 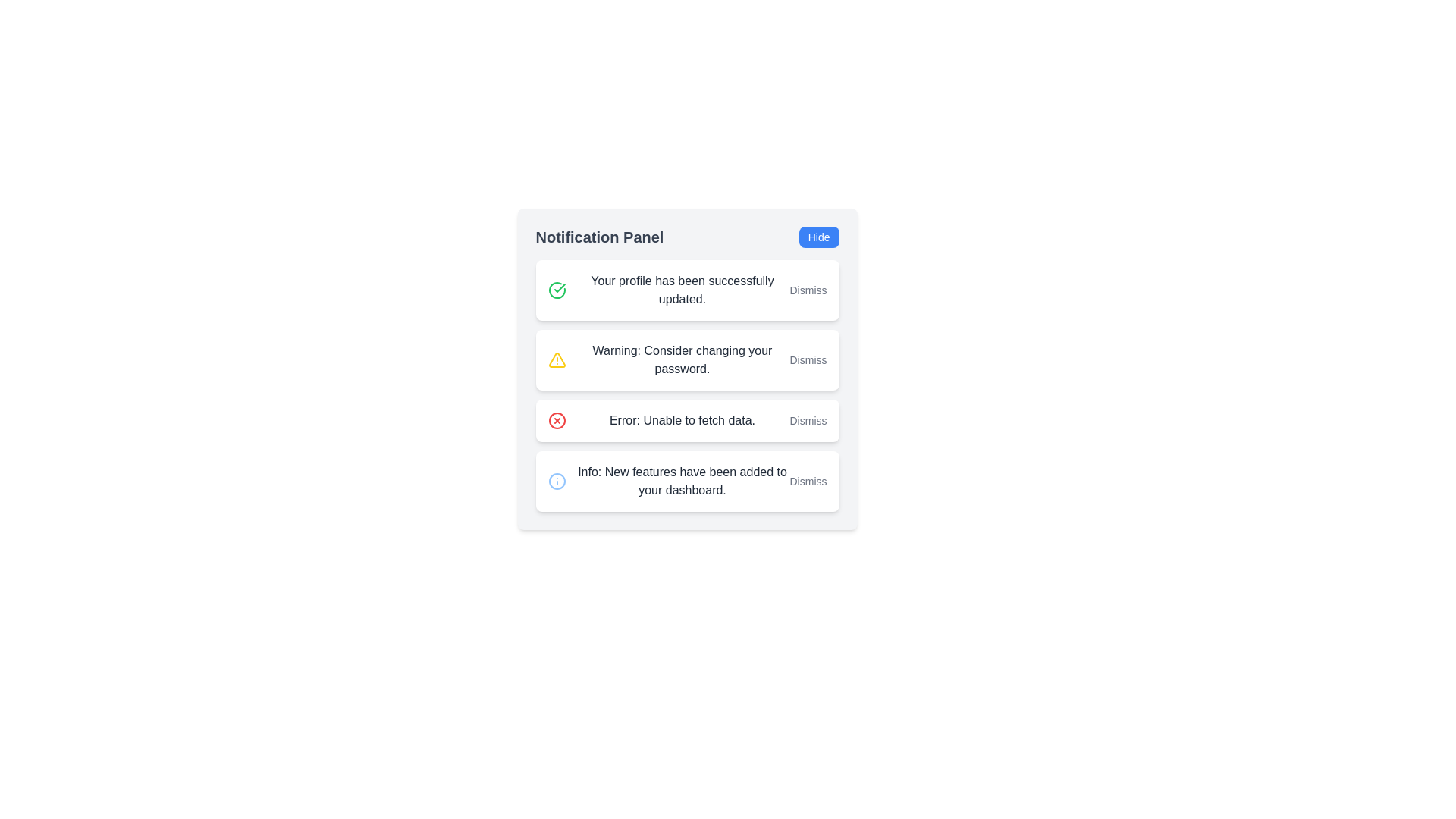 I want to click on the green circular check icon at the start of the first notification card in the notification panel, representing a success notification, so click(x=556, y=290).